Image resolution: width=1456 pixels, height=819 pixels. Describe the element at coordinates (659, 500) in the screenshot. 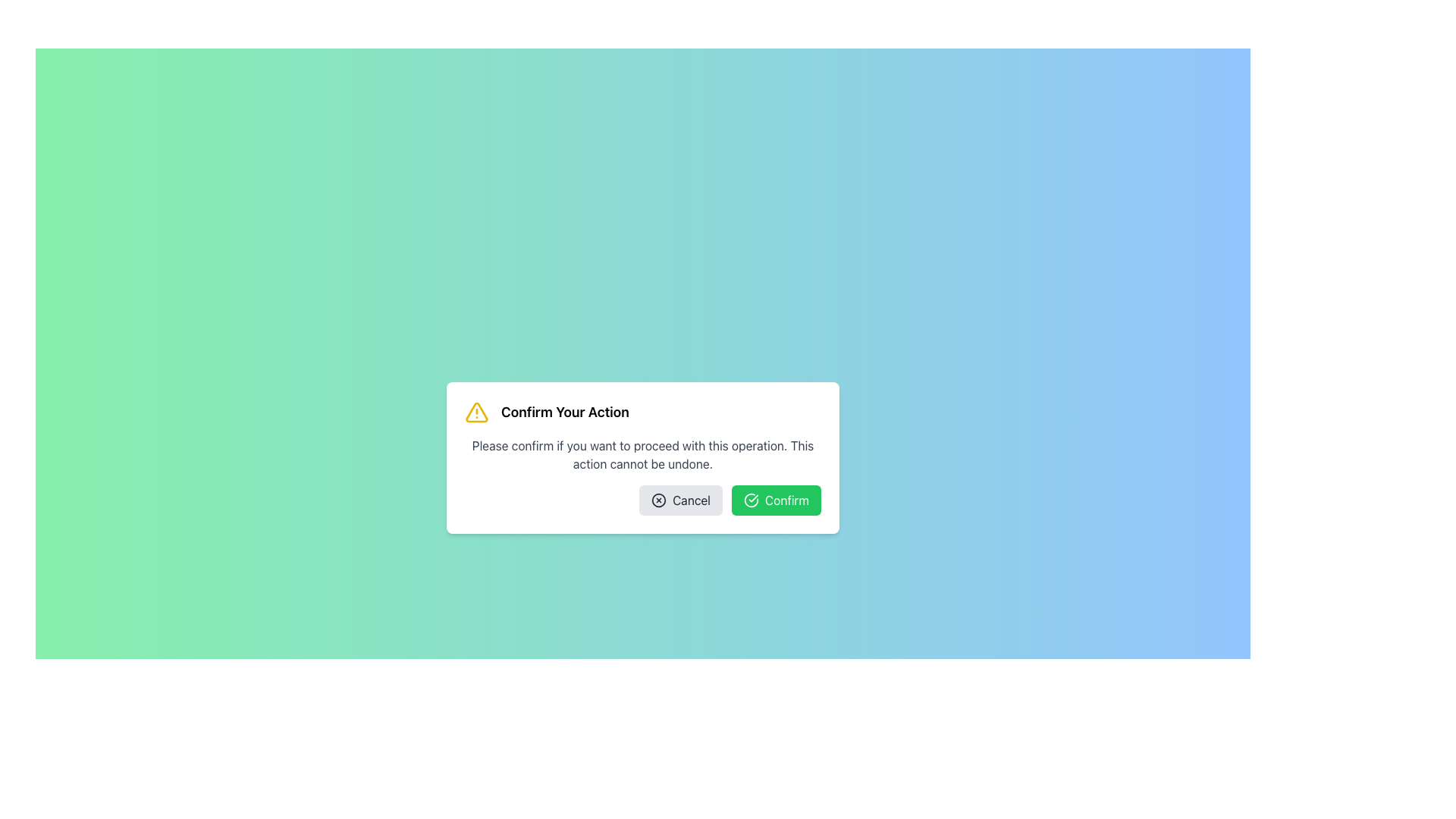

I see `the cancel icon located to the left of the 'Cancel' button at the bottom of the modal window` at that location.